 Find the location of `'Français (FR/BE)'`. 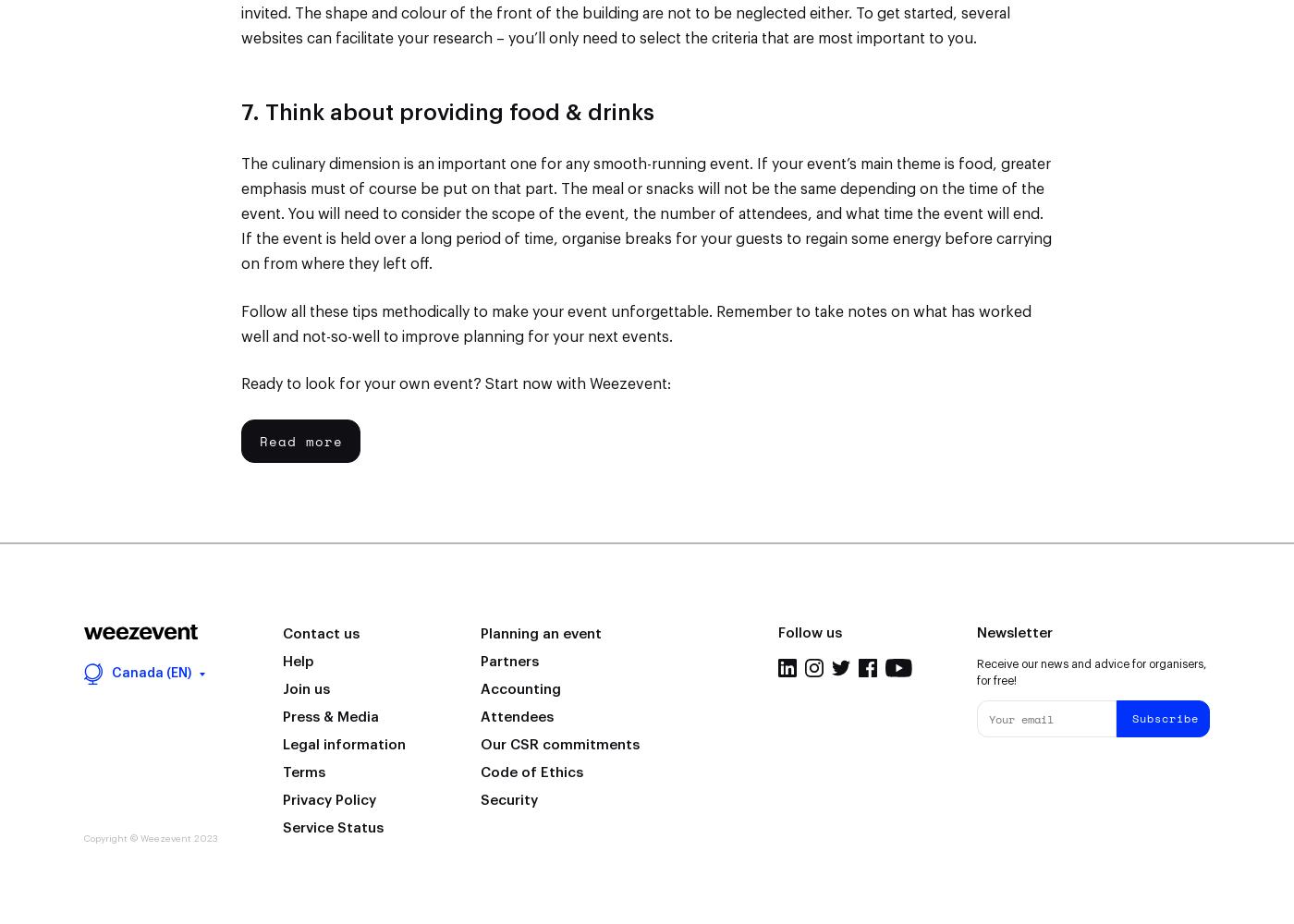

'Français (FR/BE)' is located at coordinates (160, 499).